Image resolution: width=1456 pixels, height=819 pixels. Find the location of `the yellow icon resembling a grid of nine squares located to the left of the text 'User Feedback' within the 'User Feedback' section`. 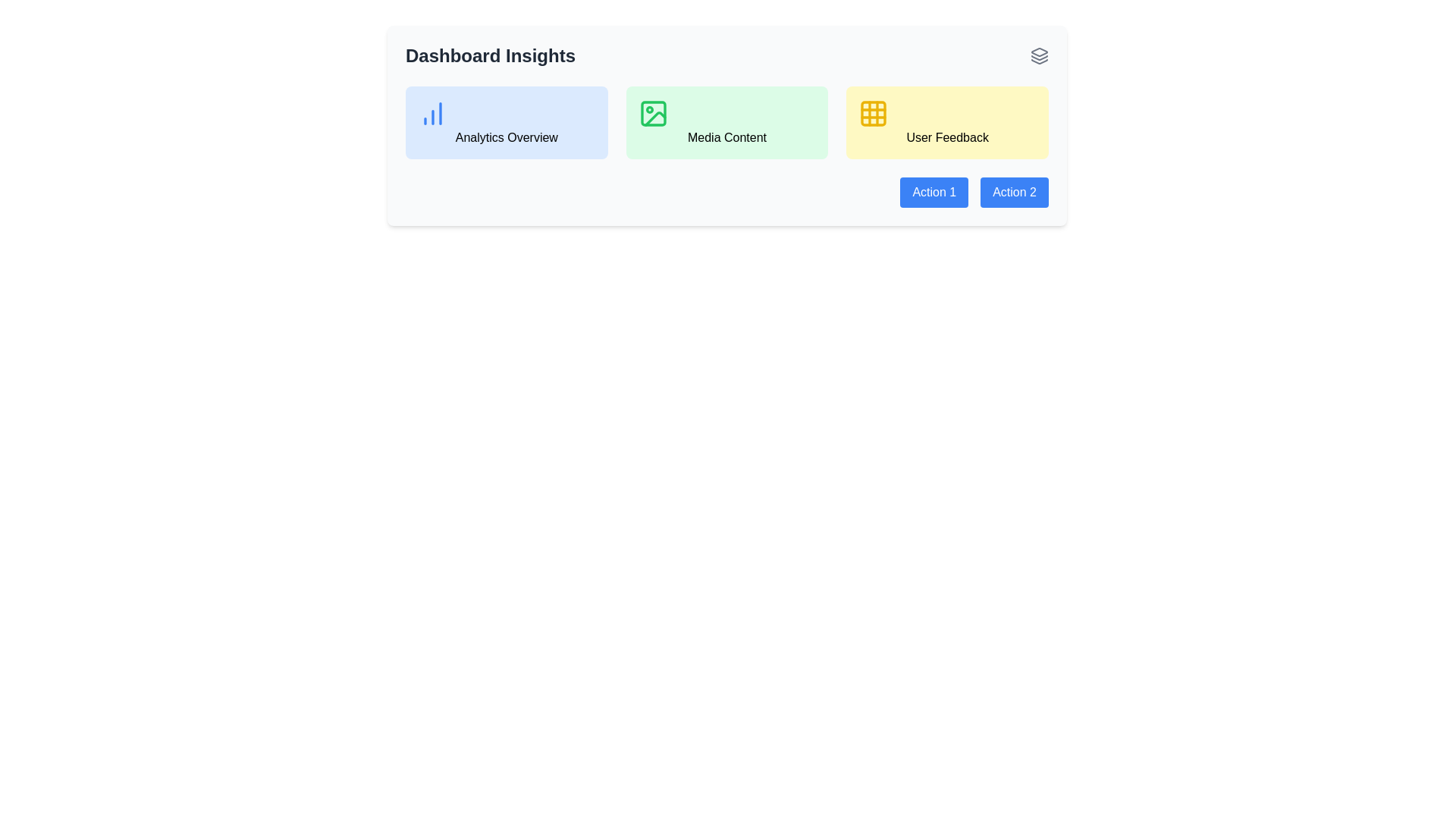

the yellow icon resembling a grid of nine squares located to the left of the text 'User Feedback' within the 'User Feedback' section is located at coordinates (874, 113).